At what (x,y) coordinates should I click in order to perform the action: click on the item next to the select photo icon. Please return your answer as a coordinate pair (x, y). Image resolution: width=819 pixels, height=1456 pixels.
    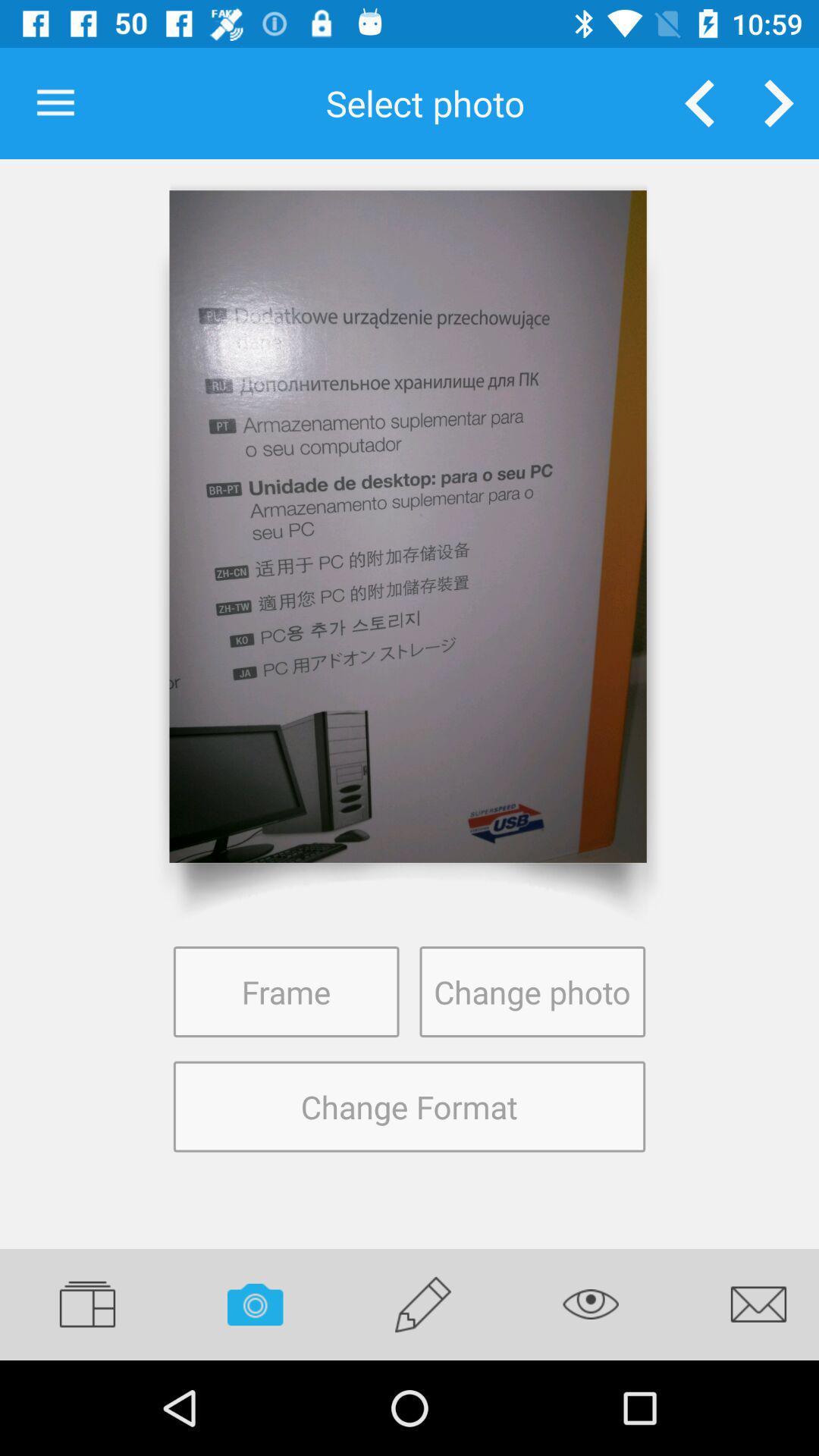
    Looking at the image, I should click on (699, 102).